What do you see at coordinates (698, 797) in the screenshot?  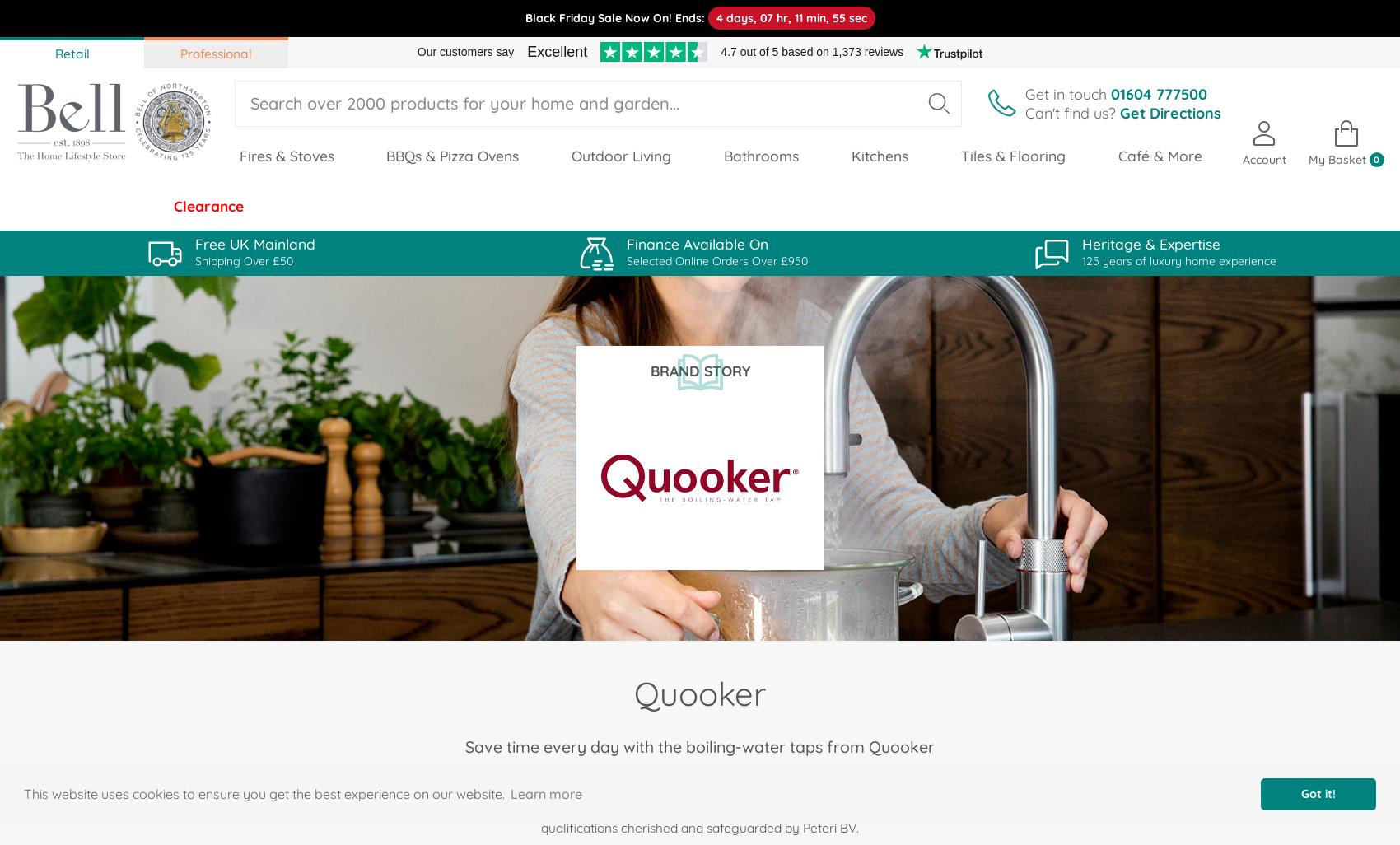 I see `'Registered as a brand in 1989, Quooker’s descriptive and internationally recognisable name has proven to be a great success. The Quooker is the world’s first boiling-water tap and the company holds global patents both on the Quooker and some of its parts. The Quooker brand represents high-end technology and excellent quality – qualifications cherished and safeguarded by Peteri BV.'` at bounding box center [698, 797].